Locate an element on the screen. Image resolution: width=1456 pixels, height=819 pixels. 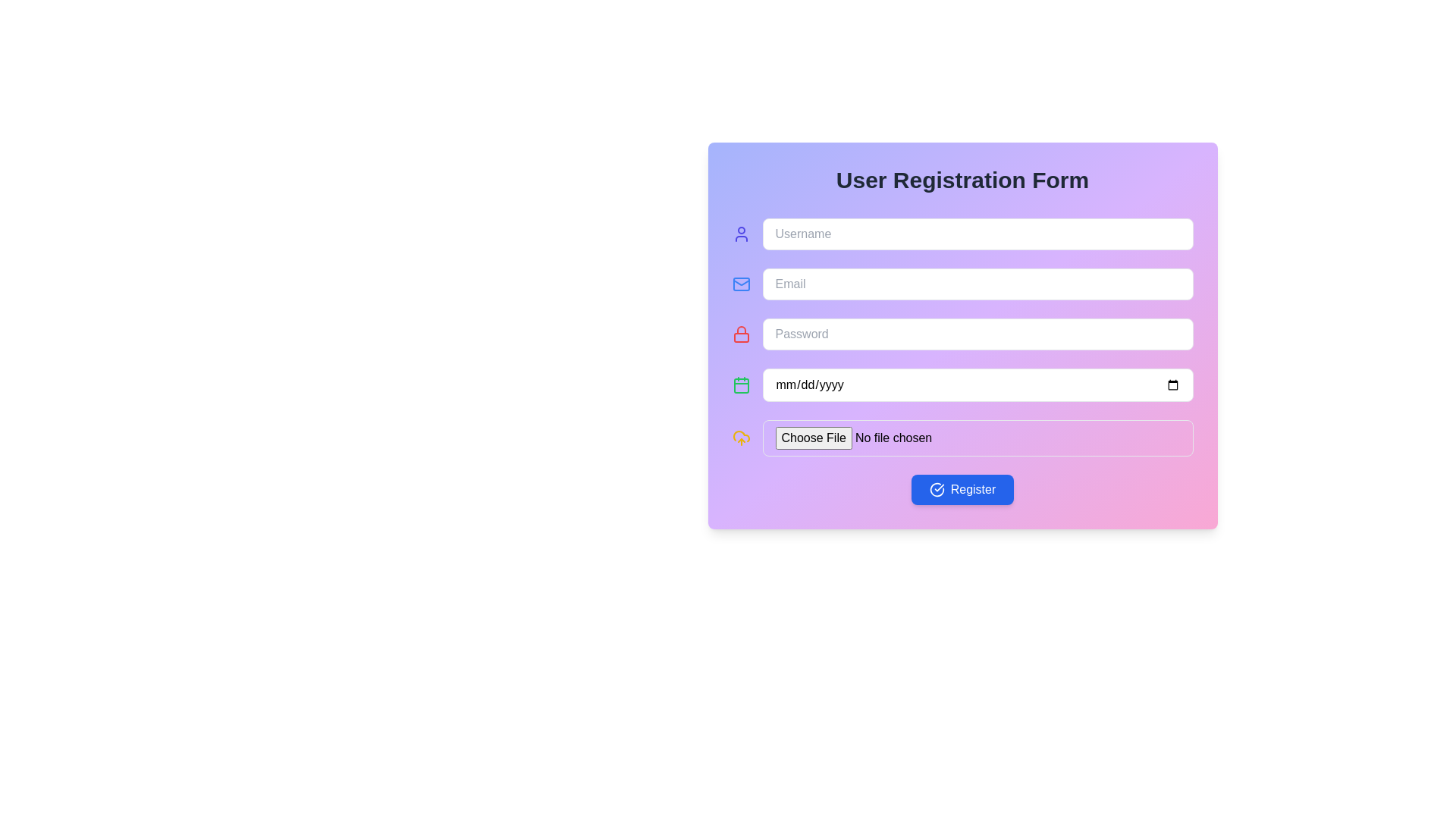
properties of the lower part of the lock icon represented as a rounded rectangle in the SVG, located to the left of the 'Password' input field is located at coordinates (741, 337).